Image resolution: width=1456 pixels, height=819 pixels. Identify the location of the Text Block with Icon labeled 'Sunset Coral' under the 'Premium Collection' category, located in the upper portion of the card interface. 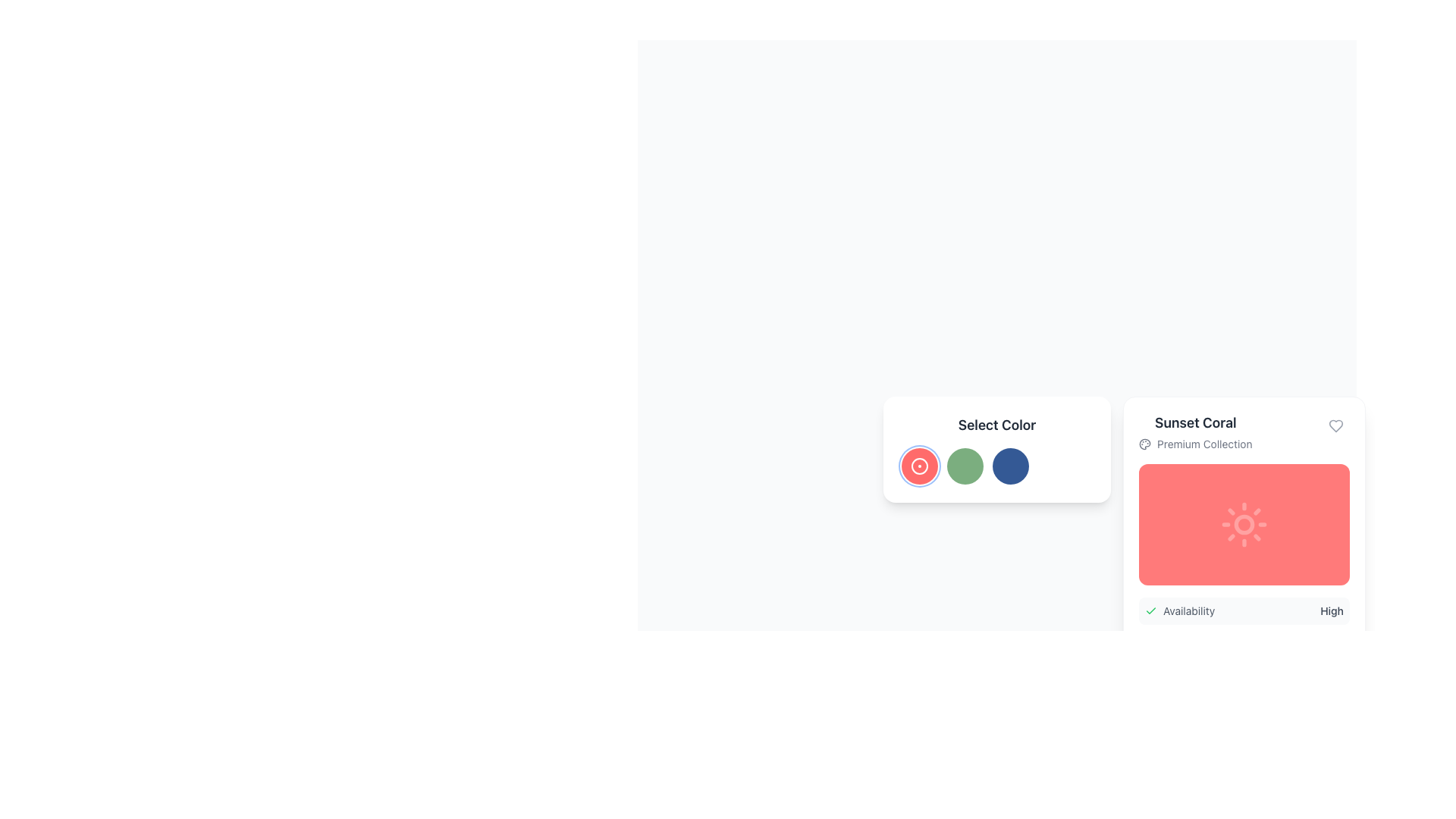
(1194, 432).